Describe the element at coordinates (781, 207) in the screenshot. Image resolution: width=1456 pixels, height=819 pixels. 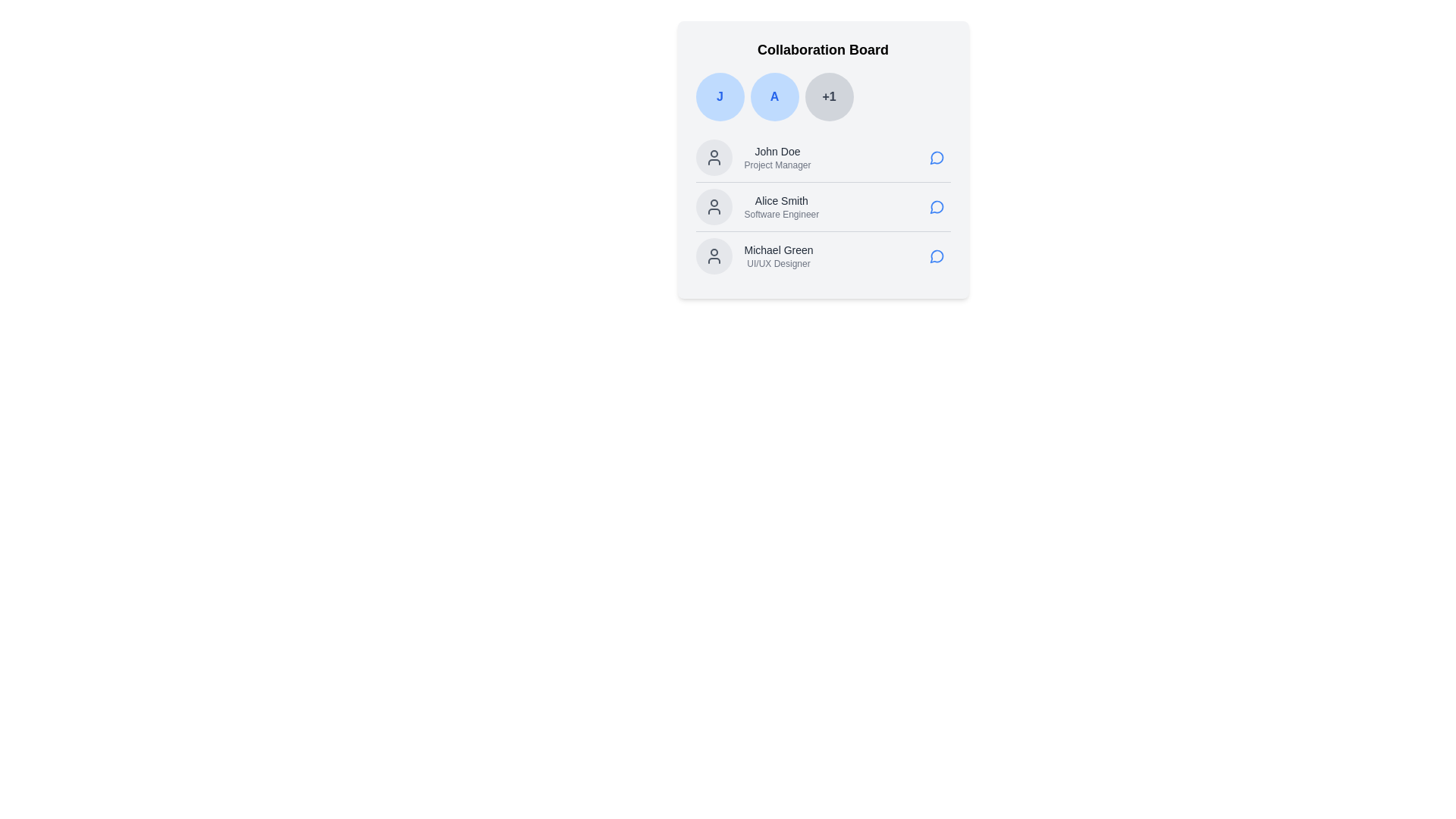
I see `information displayed in the Text Display Component that shows 'Alice Smith' in bold and 'Software Engineer' in a smaller font` at that location.